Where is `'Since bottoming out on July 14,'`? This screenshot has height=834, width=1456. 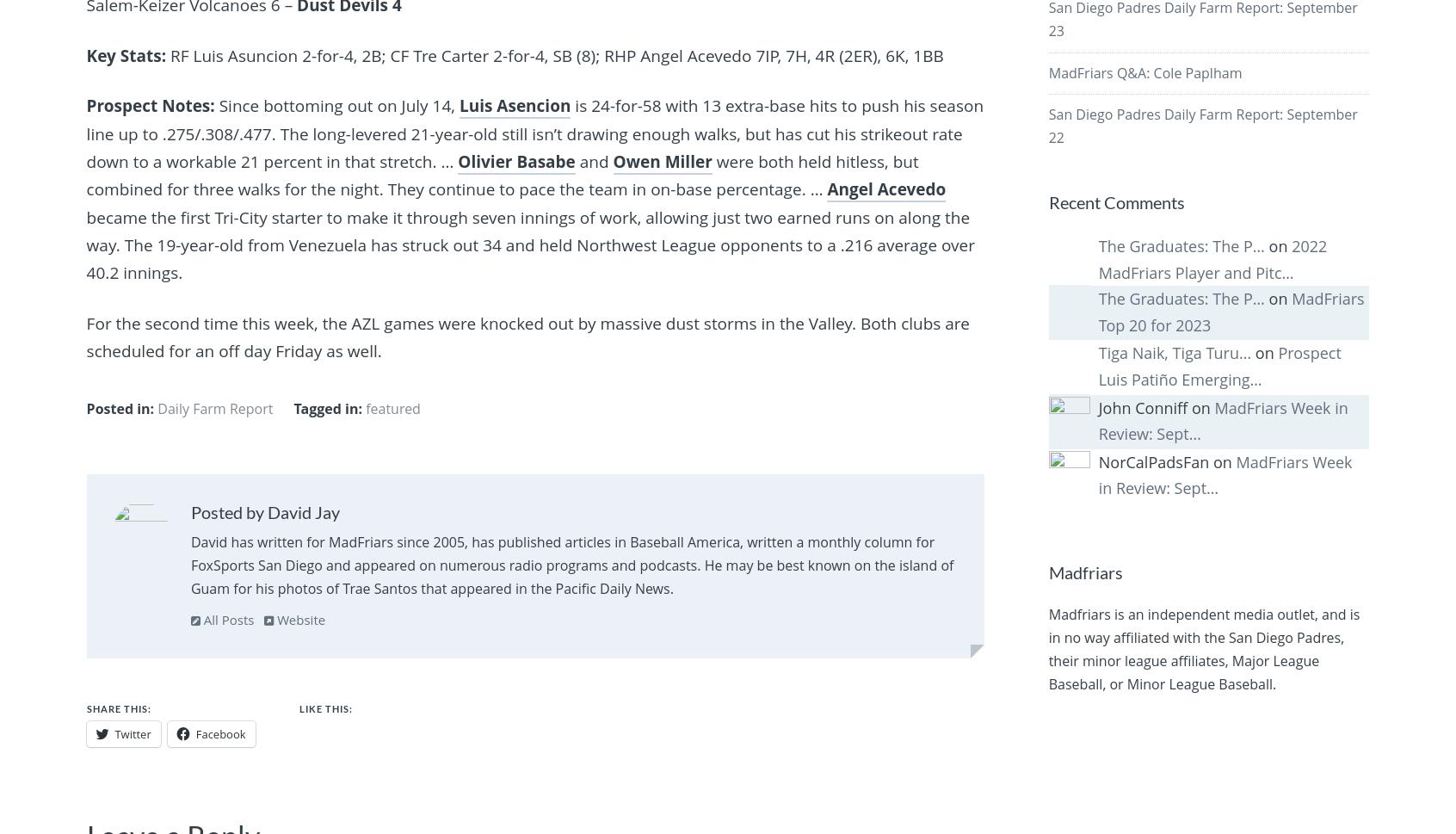 'Since bottoming out on July 14,' is located at coordinates (218, 105).